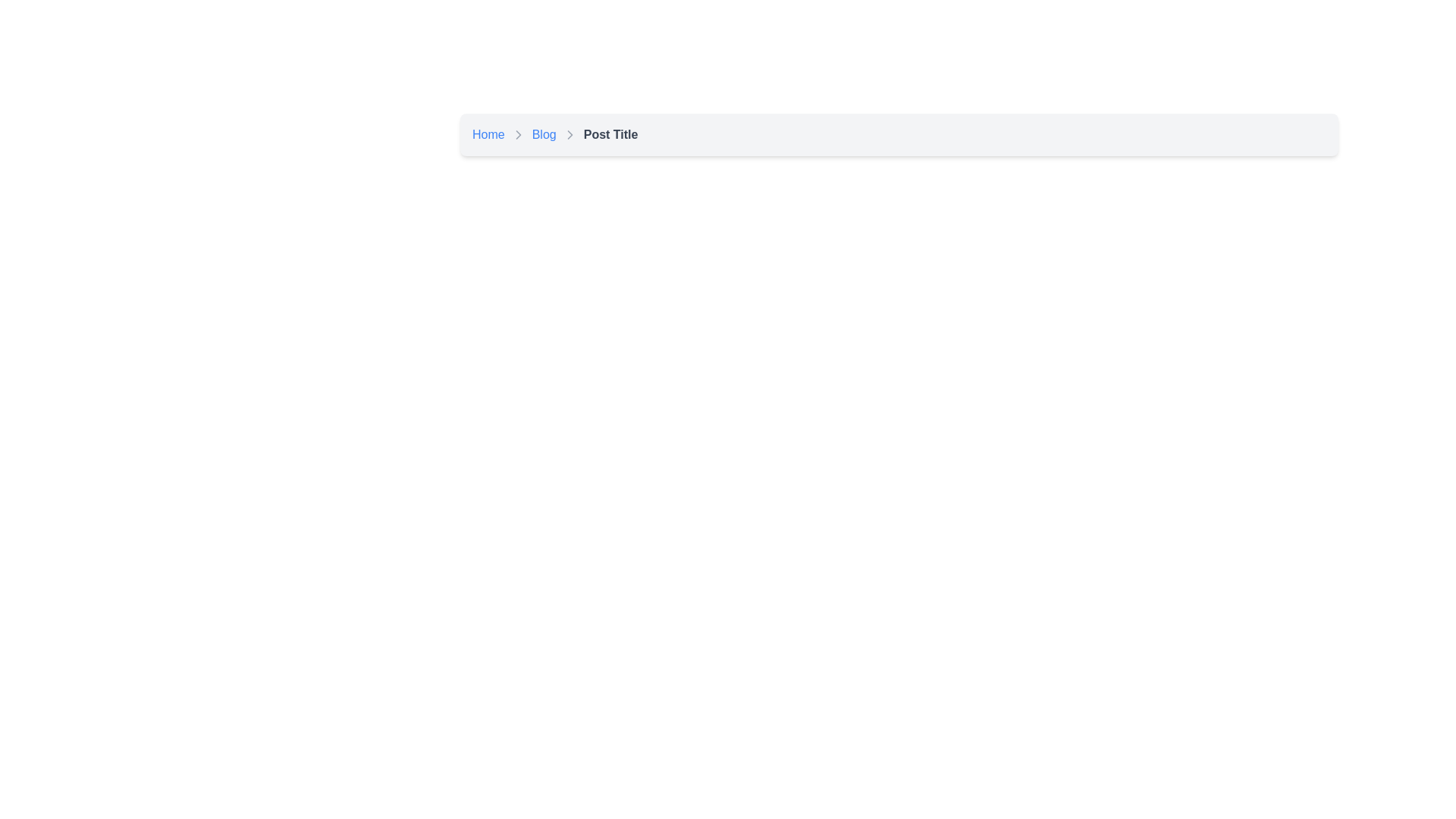  I want to click on the 'Blog' hyperlink in the breadcrumb navigation, so click(544, 133).